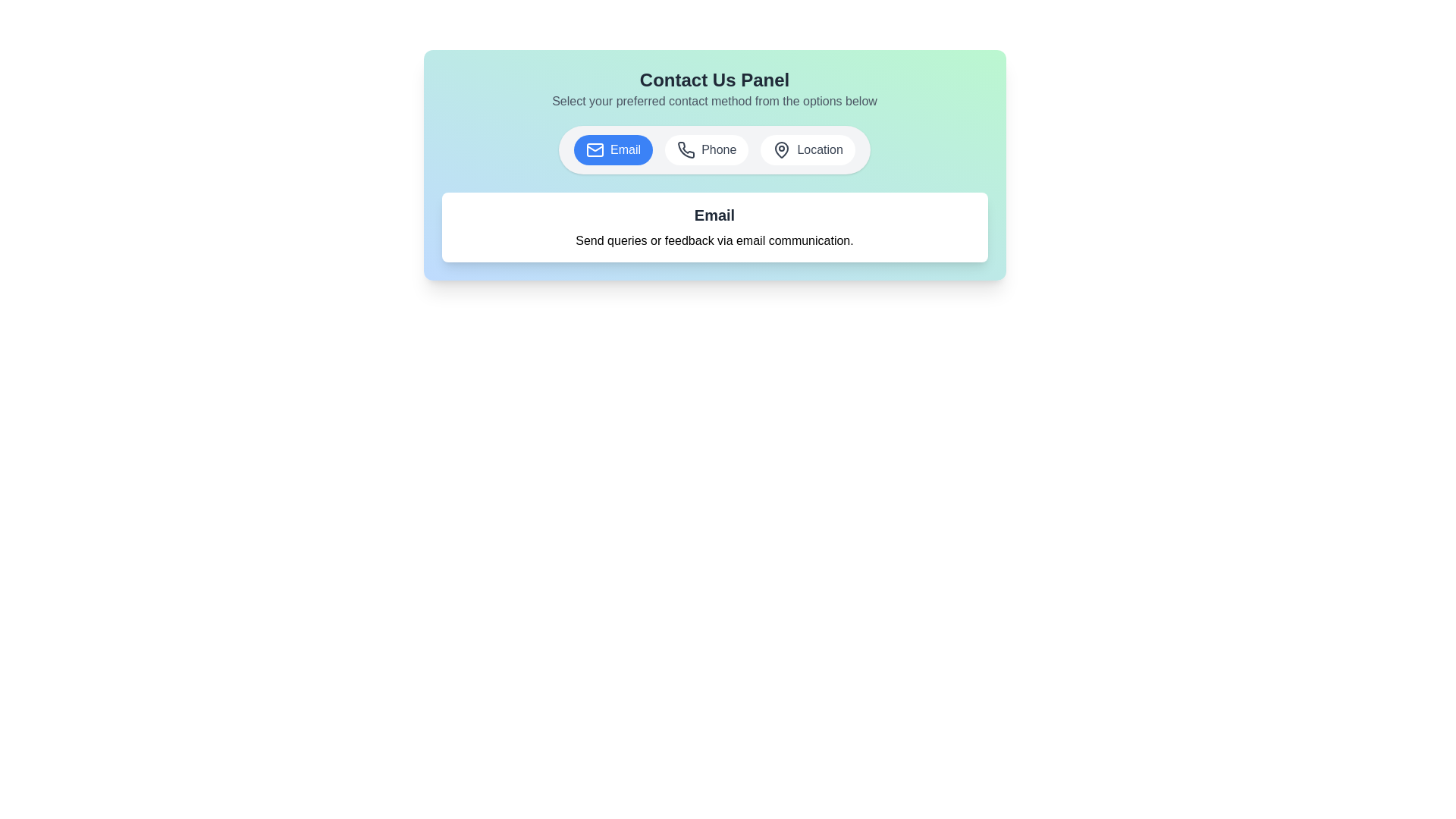  I want to click on the envelope icon within the 'Email' button, which is part of a circular button labeled 'Email', located in the center of a row of buttons above the 'Email' section heading, so click(595, 149).